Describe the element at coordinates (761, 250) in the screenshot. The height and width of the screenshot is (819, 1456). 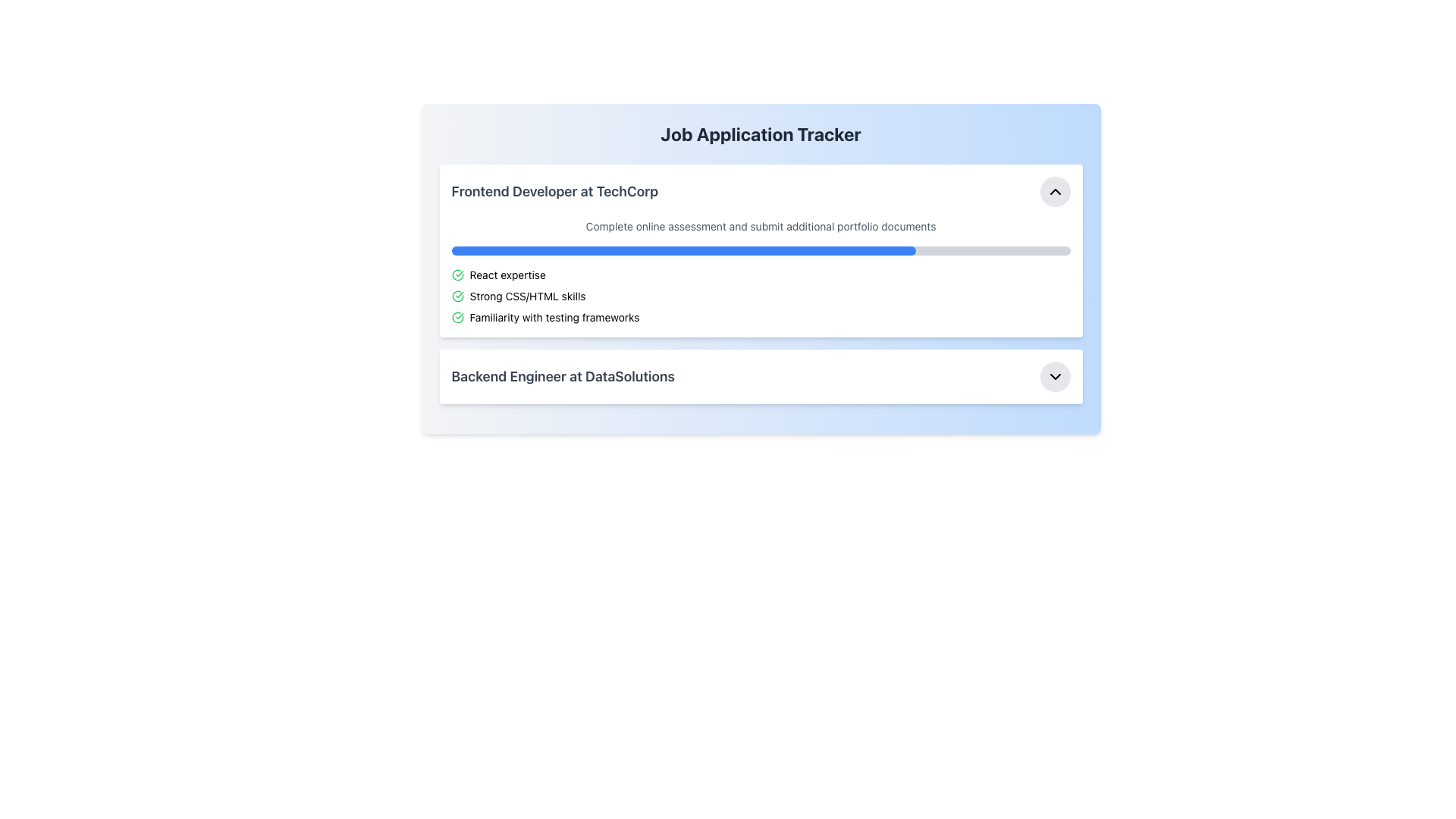
I see `the first job listing card in the 'Job Application Tracker'` at that location.